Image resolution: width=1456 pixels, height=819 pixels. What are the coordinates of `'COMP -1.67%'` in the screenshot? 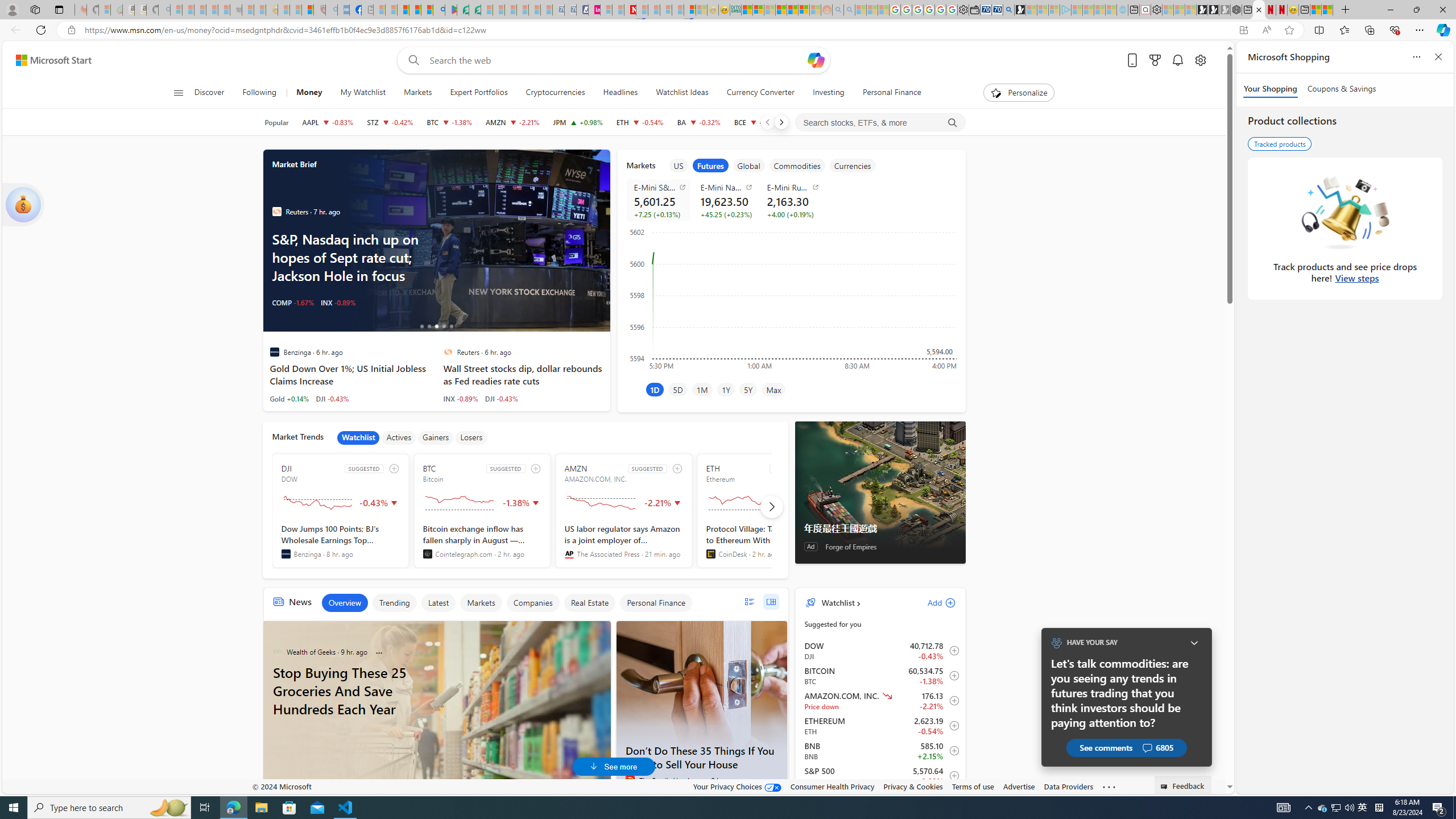 It's located at (292, 303).